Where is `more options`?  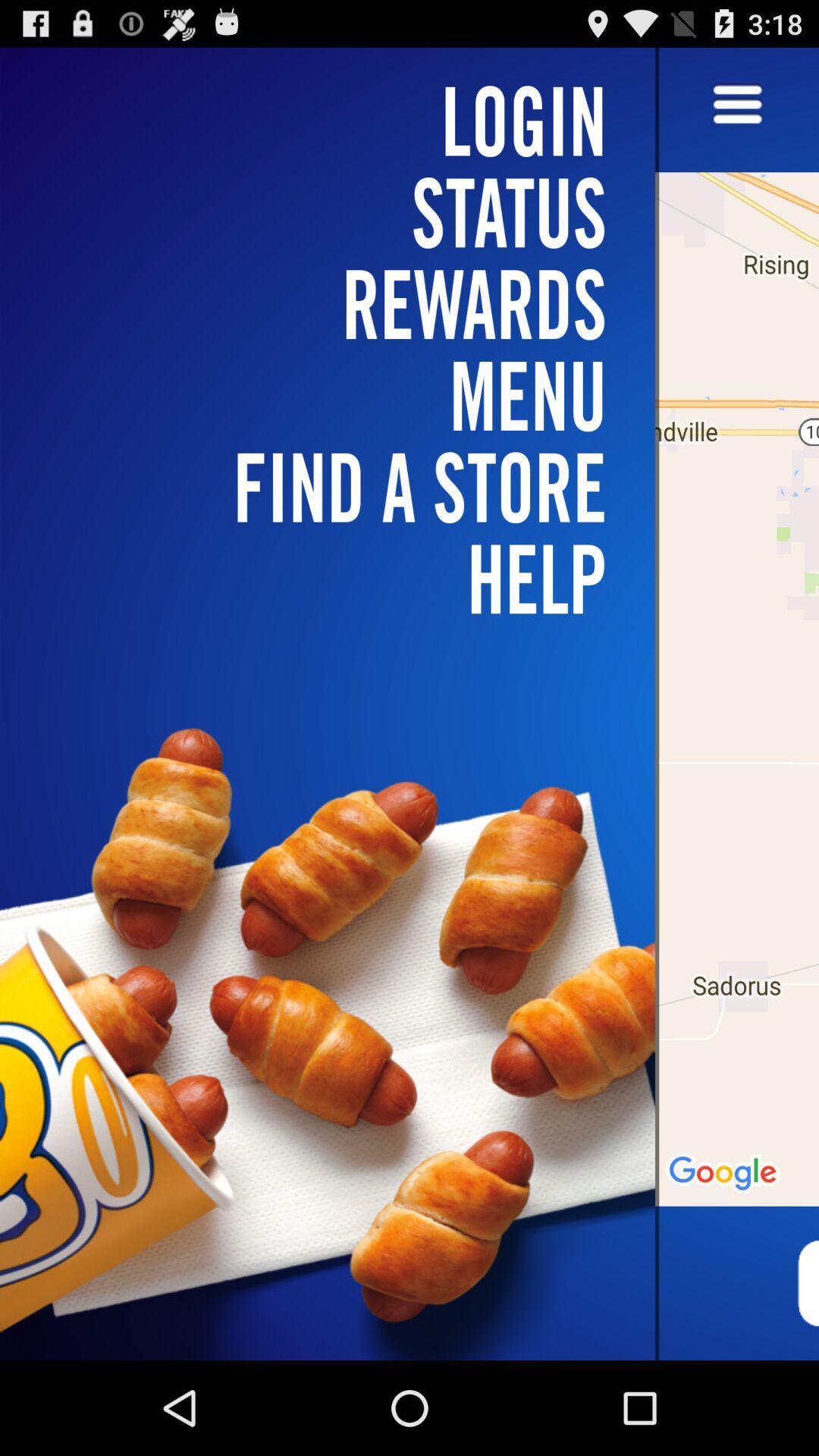
more options is located at coordinates (736, 105).